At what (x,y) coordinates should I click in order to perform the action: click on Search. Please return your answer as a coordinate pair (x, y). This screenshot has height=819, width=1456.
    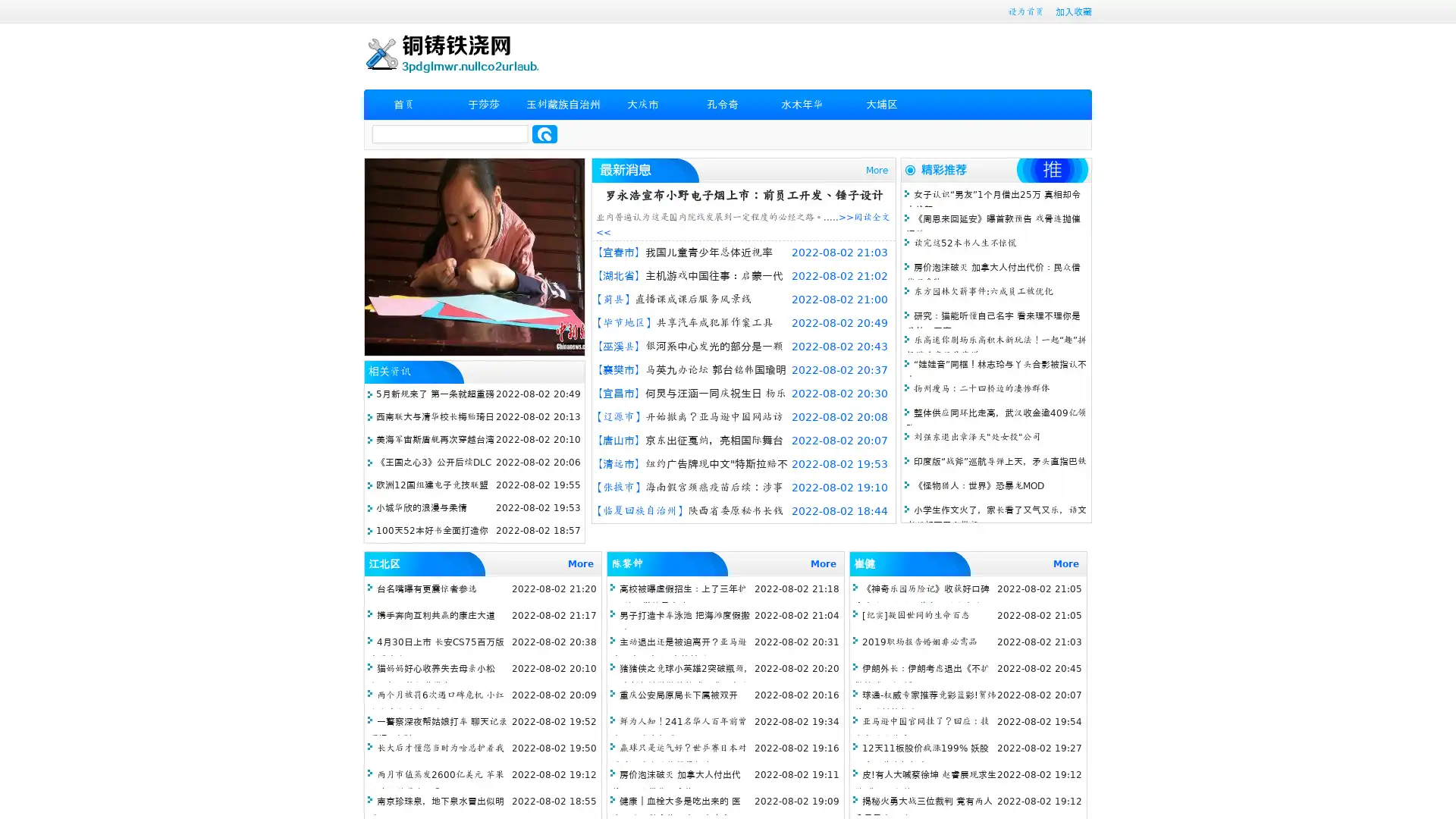
    Looking at the image, I should click on (544, 133).